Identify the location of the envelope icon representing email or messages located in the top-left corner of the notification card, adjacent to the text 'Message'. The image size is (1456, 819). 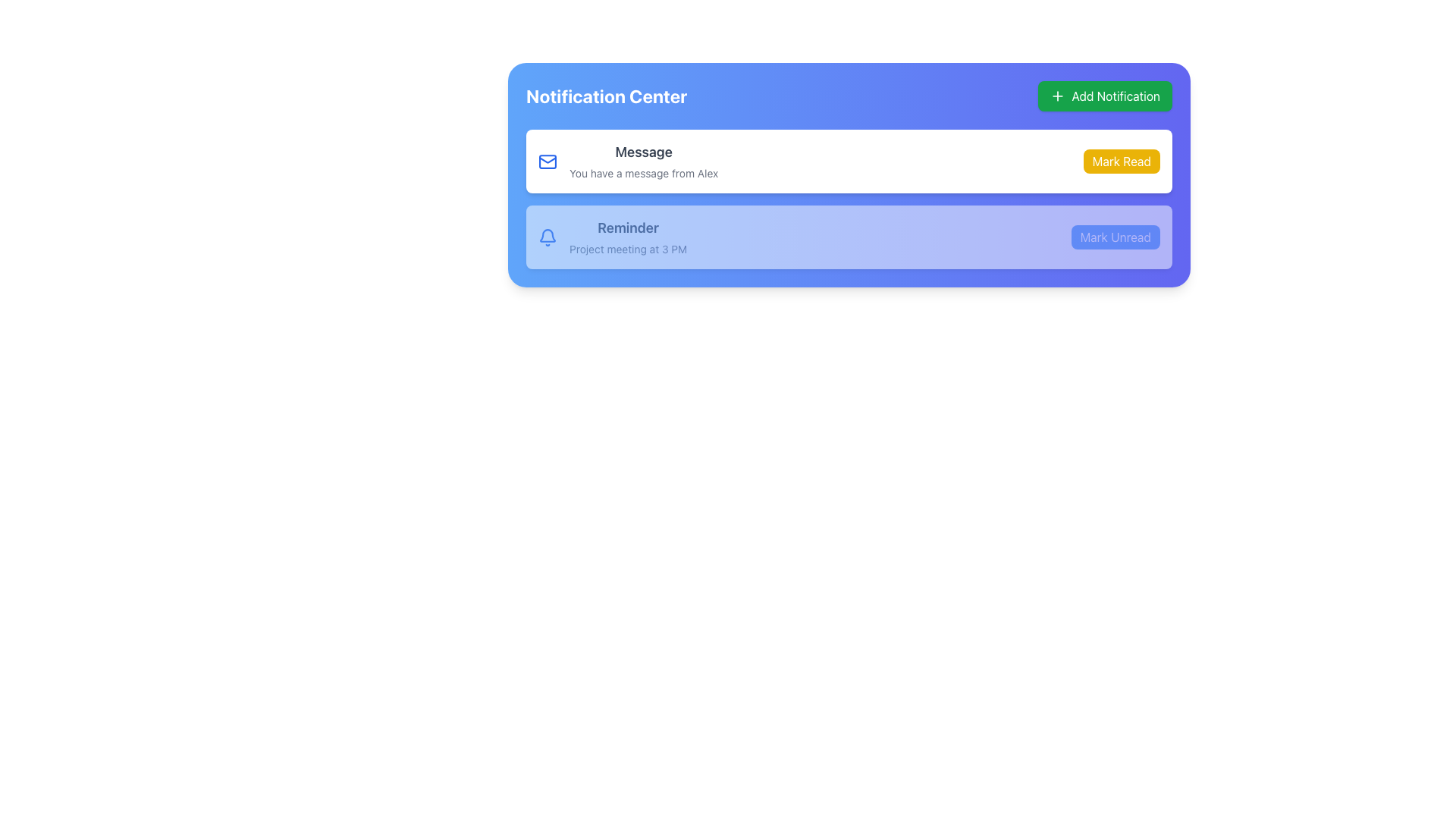
(547, 161).